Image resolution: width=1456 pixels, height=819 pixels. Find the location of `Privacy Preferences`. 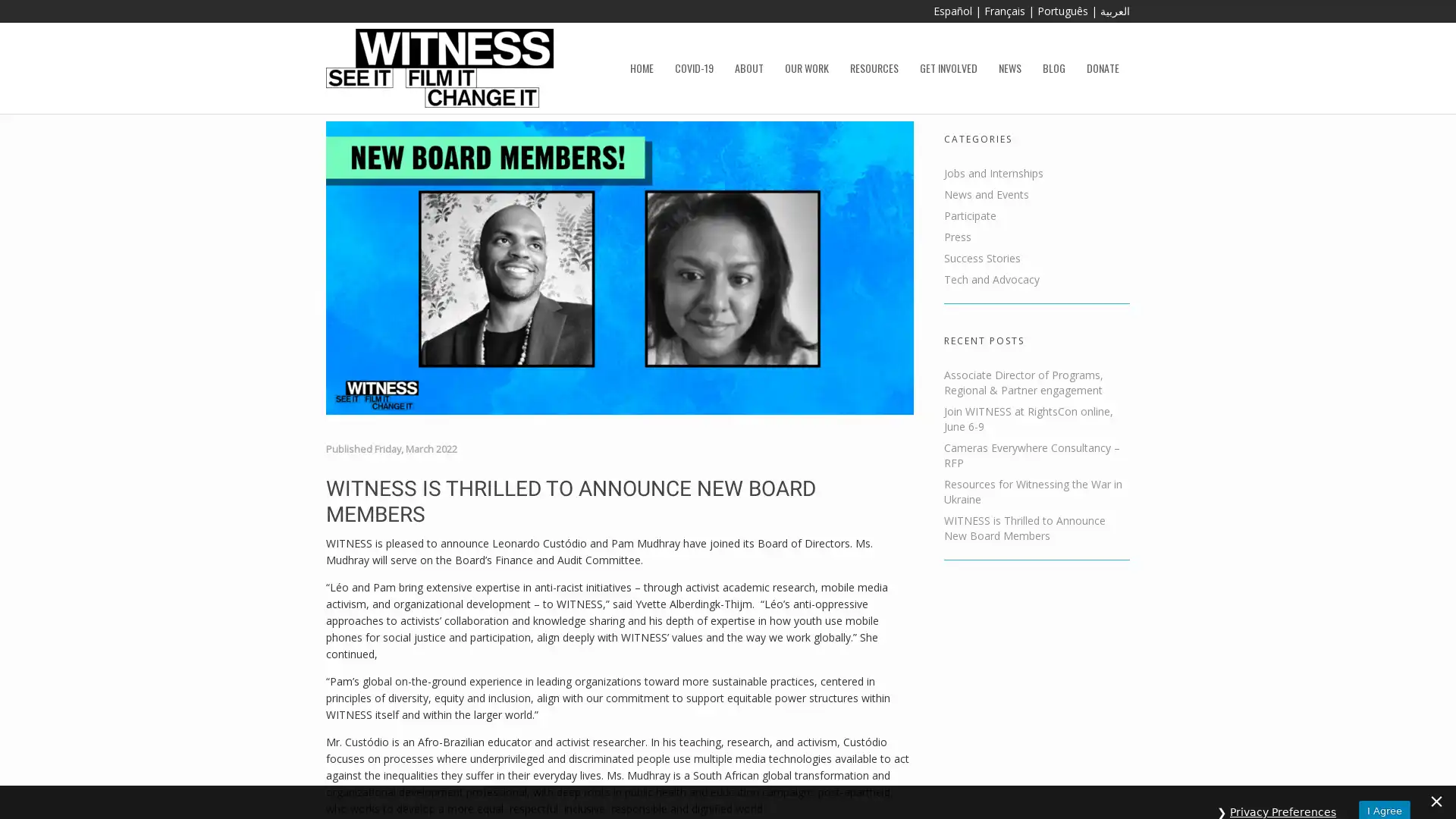

Privacy Preferences is located at coordinates (1282, 791).